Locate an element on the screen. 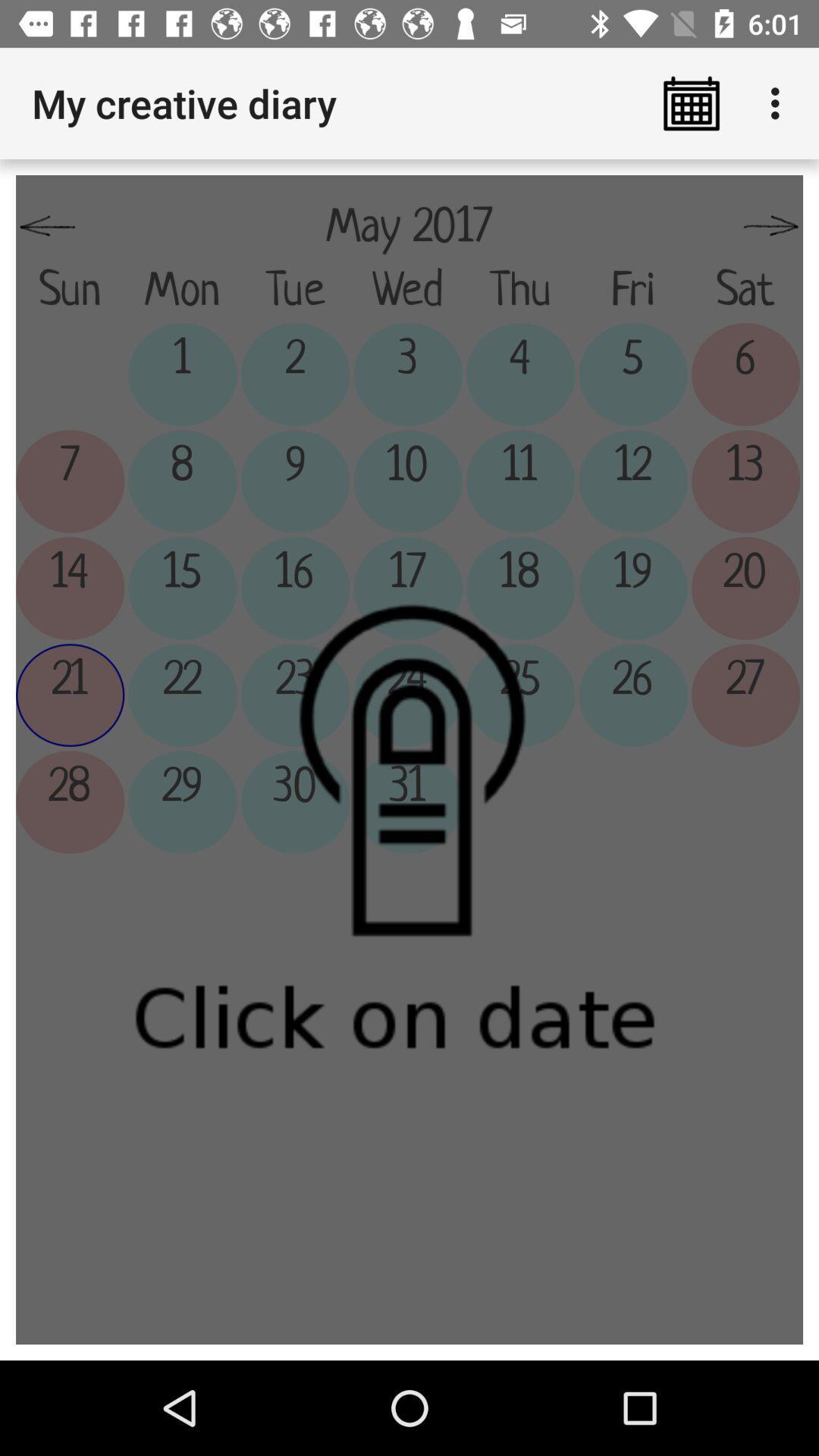 Image resolution: width=819 pixels, height=1456 pixels. the icon next to the may 2017 is located at coordinates (46, 226).